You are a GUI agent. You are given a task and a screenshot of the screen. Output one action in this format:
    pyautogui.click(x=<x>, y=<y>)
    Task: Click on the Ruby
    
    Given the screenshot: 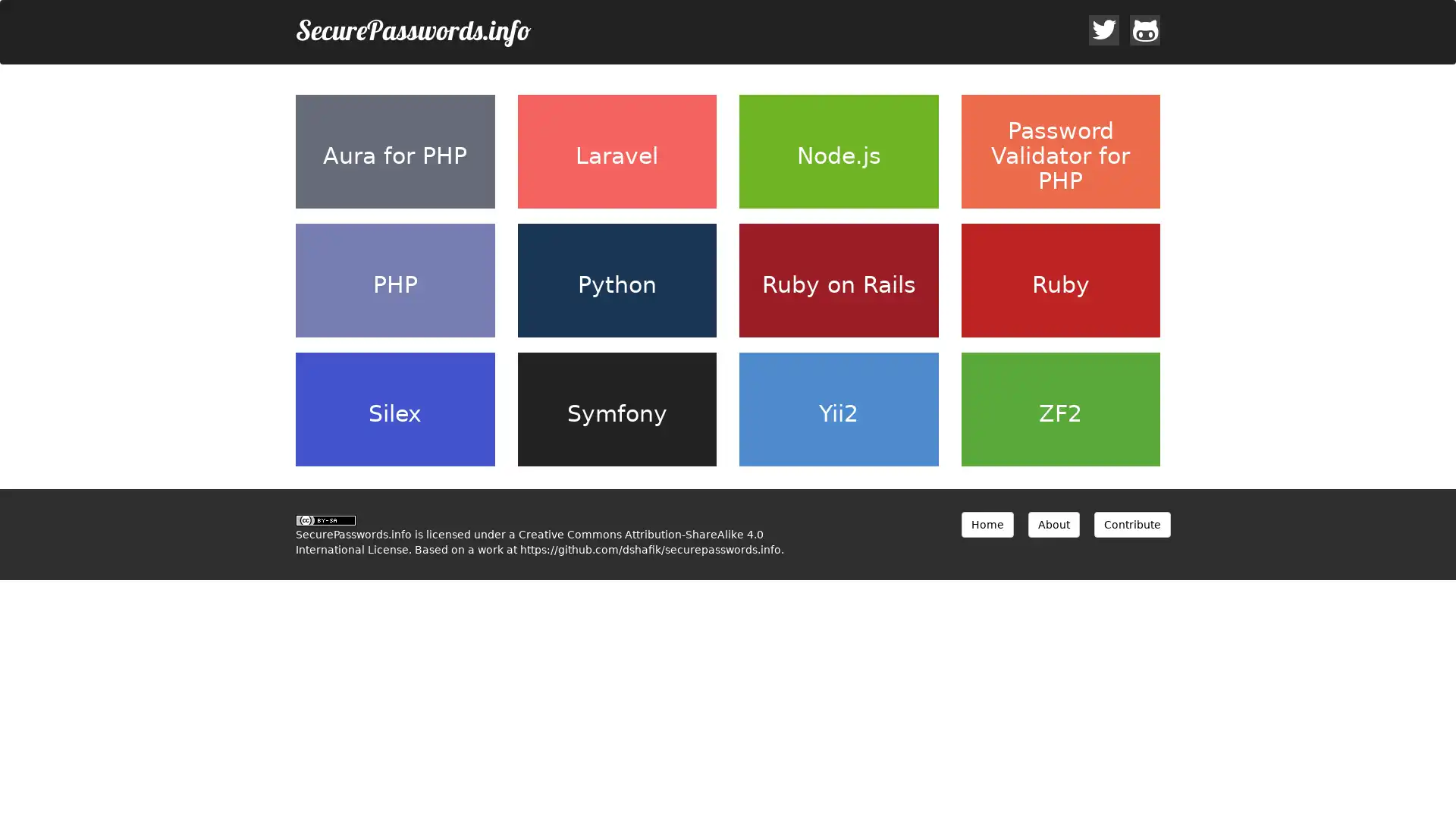 What is the action you would take?
    pyautogui.click(x=1059, y=281)
    